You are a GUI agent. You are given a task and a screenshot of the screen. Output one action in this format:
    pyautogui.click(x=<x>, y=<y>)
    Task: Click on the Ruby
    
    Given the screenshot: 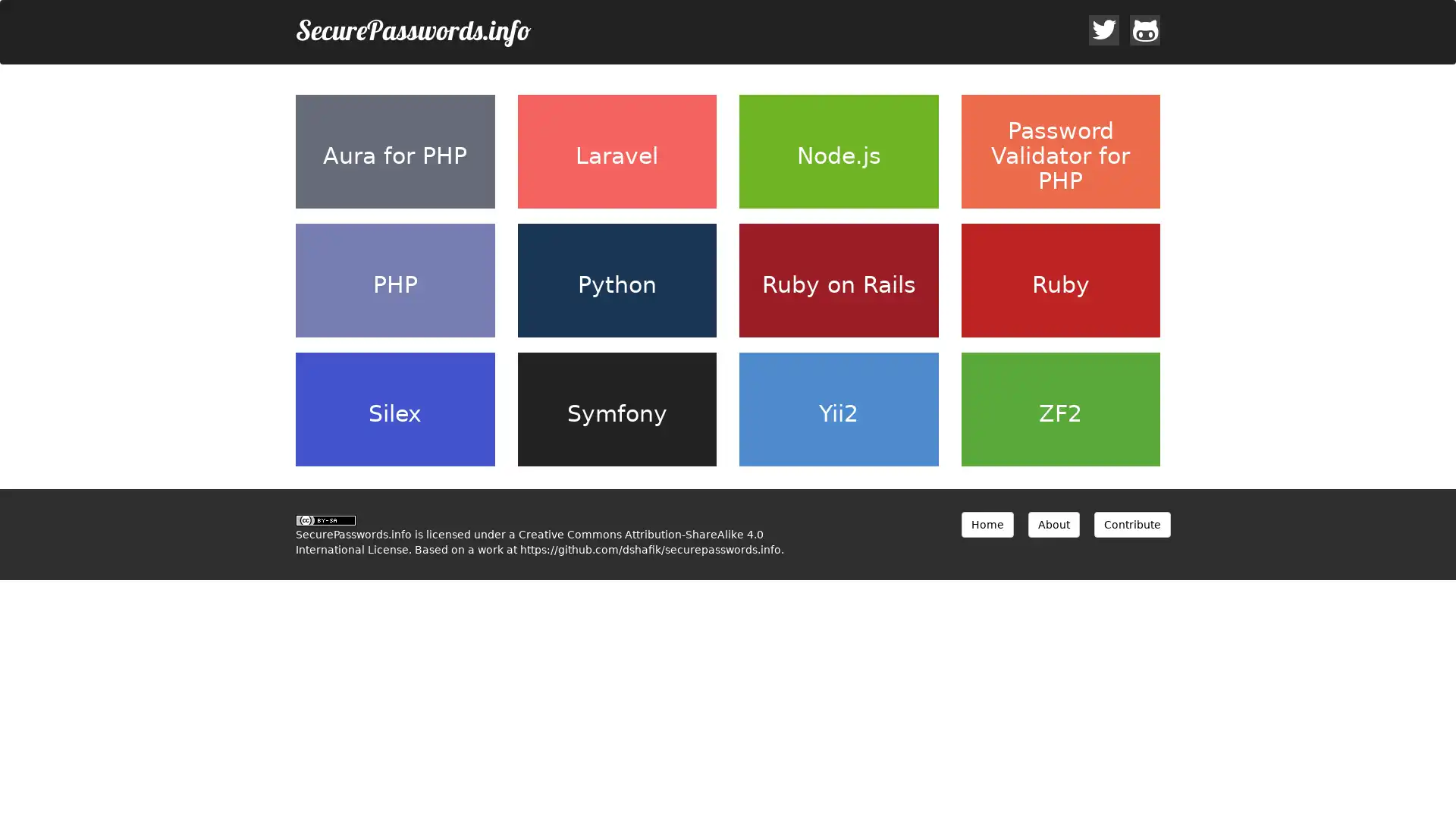 What is the action you would take?
    pyautogui.click(x=1059, y=281)
    